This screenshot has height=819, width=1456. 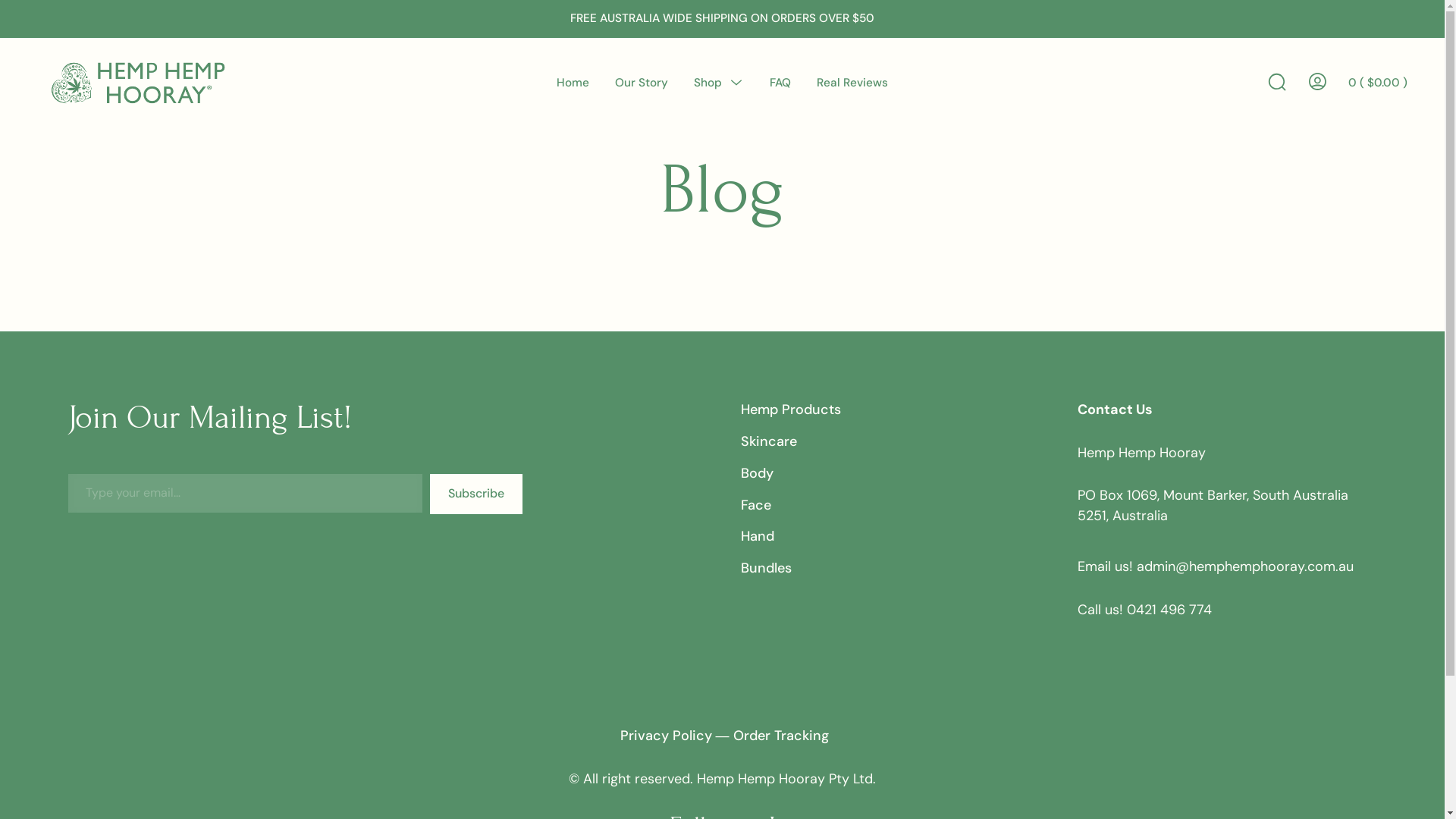 I want to click on 'Go To My Account', so click(x=1316, y=82).